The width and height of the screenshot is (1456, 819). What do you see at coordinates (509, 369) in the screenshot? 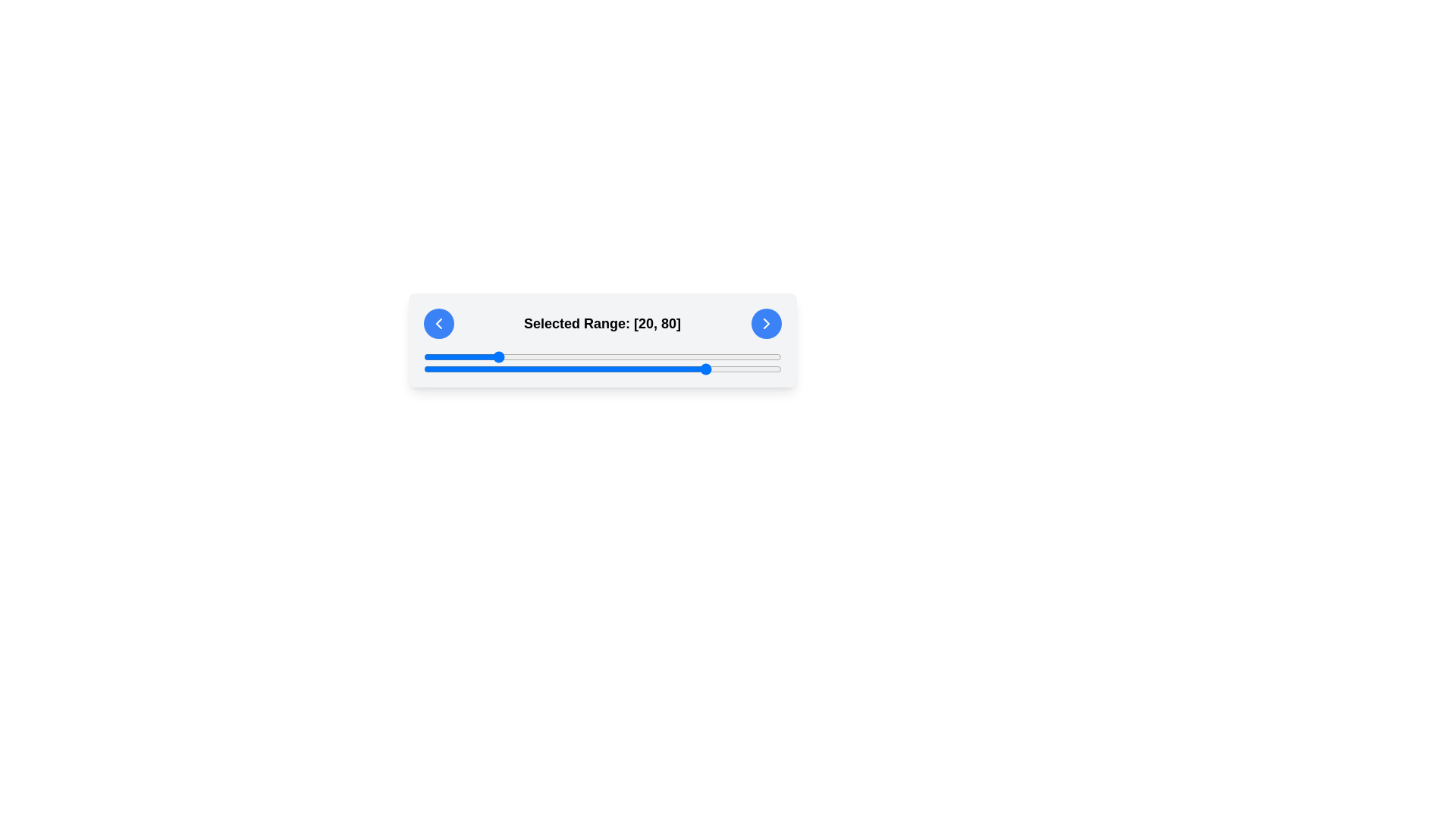
I see `the slider` at bounding box center [509, 369].